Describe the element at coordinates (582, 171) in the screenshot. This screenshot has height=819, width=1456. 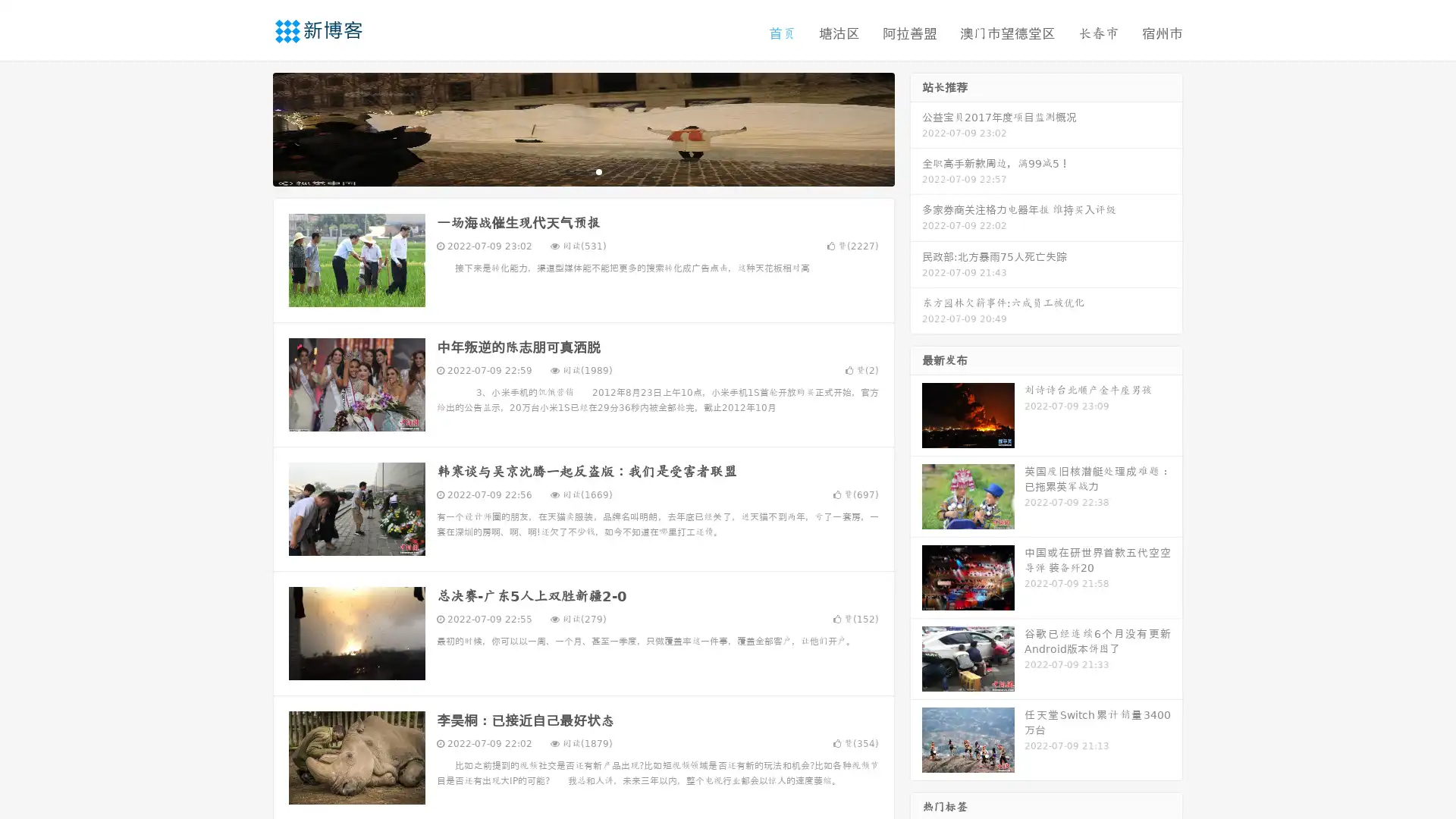
I see `Go to slide 2` at that location.